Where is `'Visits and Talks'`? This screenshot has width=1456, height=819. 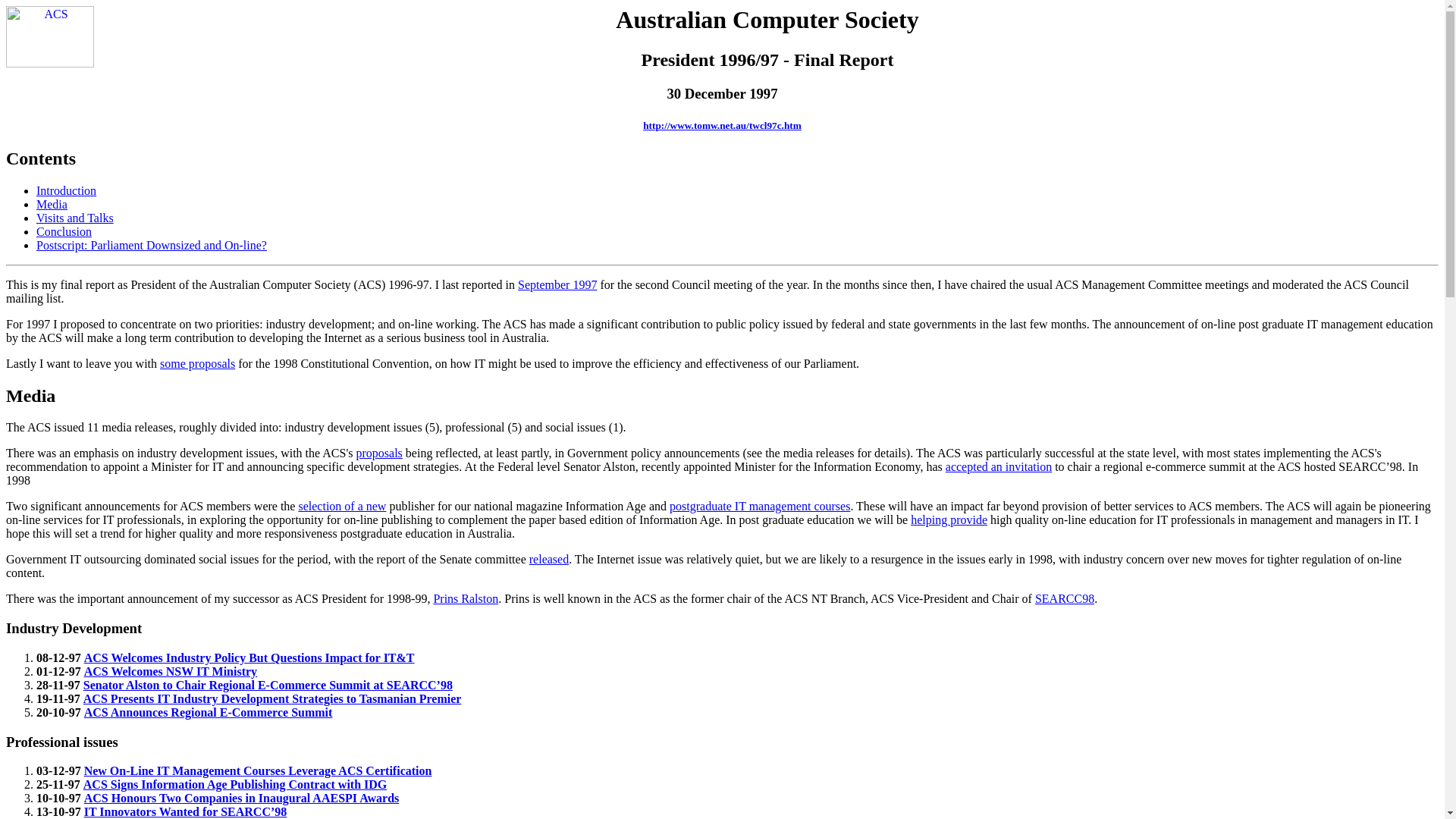 'Visits and Talks' is located at coordinates (74, 218).